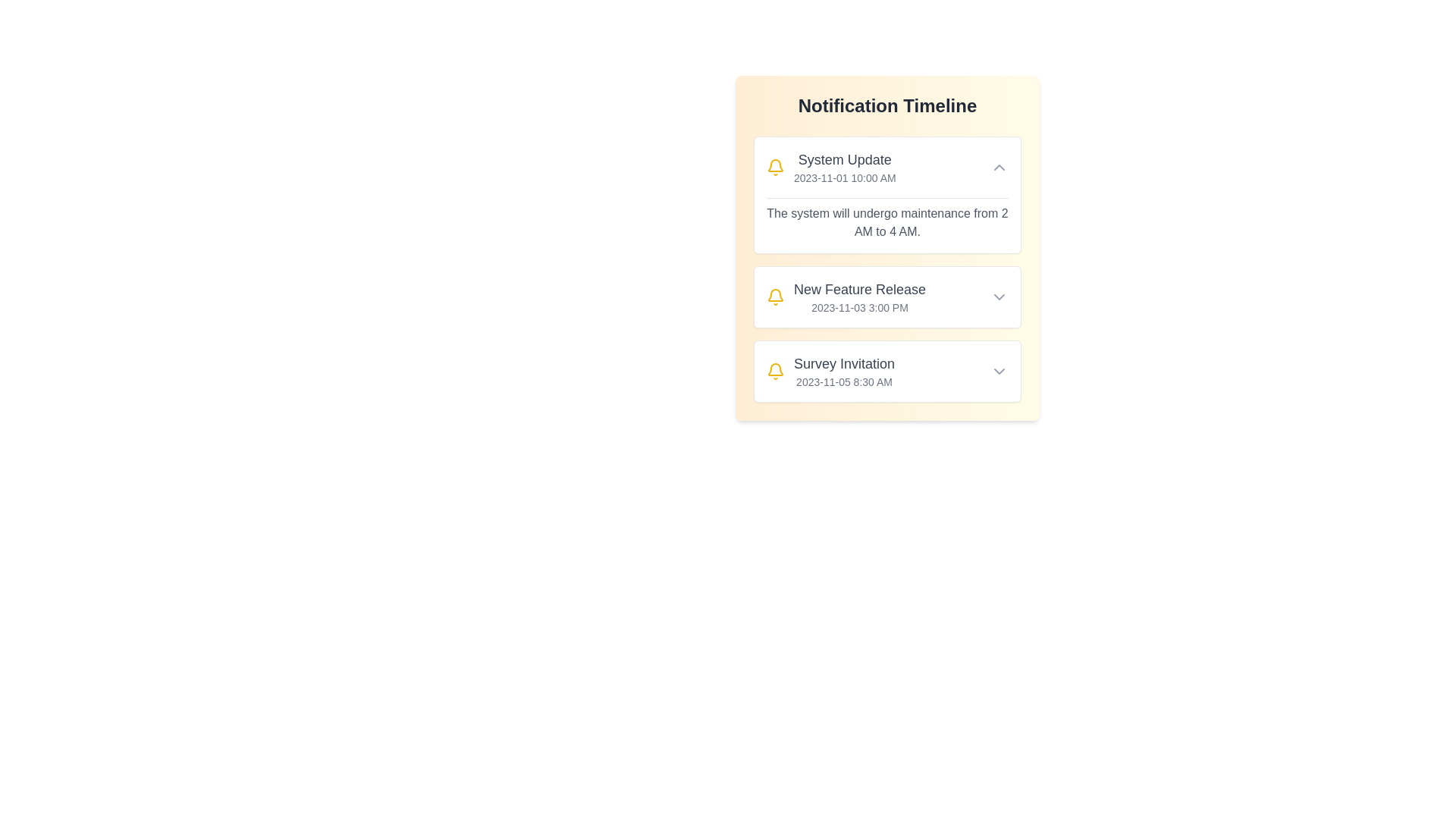 The width and height of the screenshot is (1456, 819). Describe the element at coordinates (775, 371) in the screenshot. I see `the notification icon located in the third notification card from the top, positioned to the left of the text 'Survey Invitation' and '2023-11-05 8:30 AM'` at that location.